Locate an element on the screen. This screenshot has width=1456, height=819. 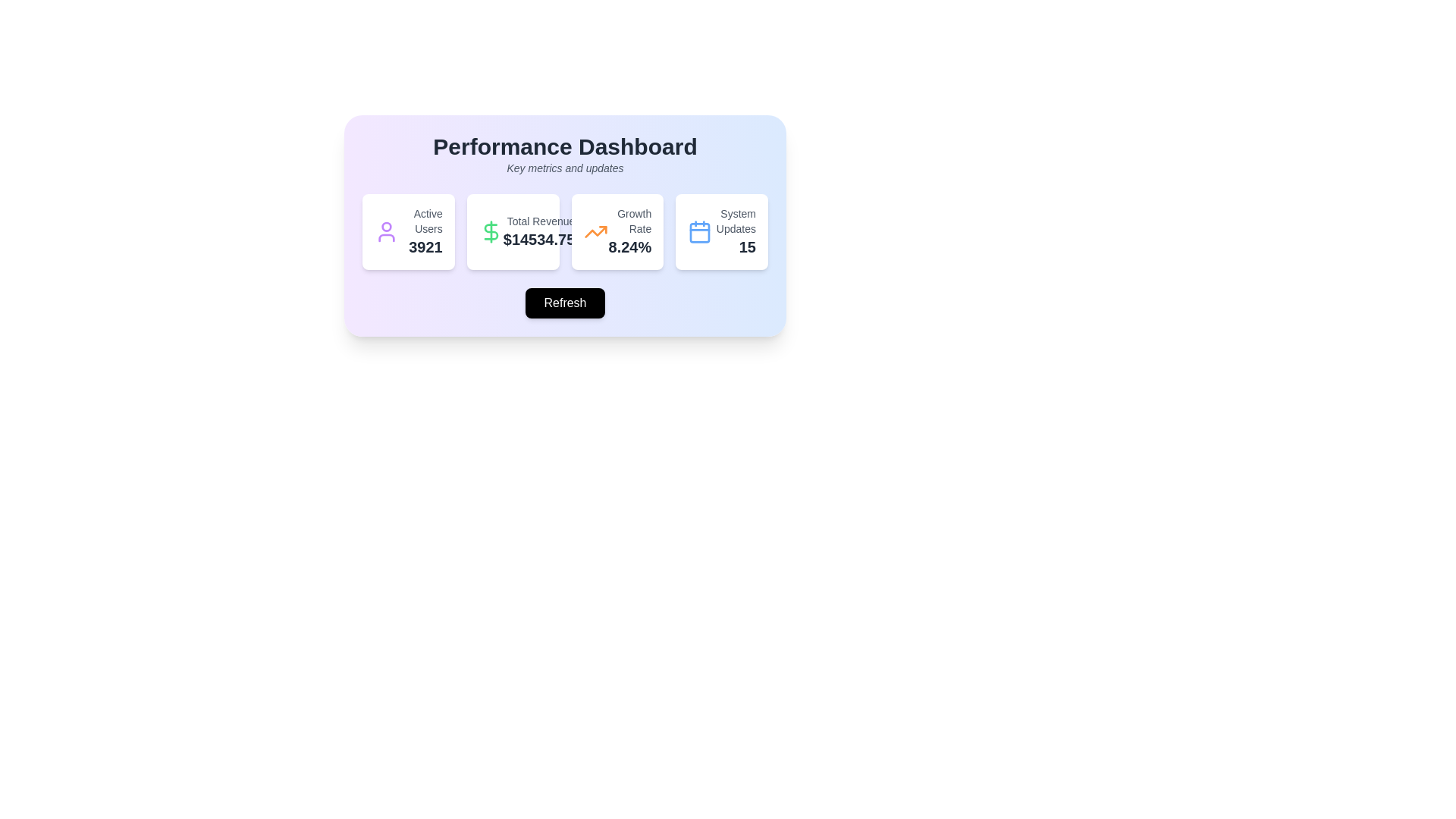
the information displayed on the 'System Updates' summary card component, which is the fourth card in a horizontal layout on the dashboard interface is located at coordinates (720, 231).